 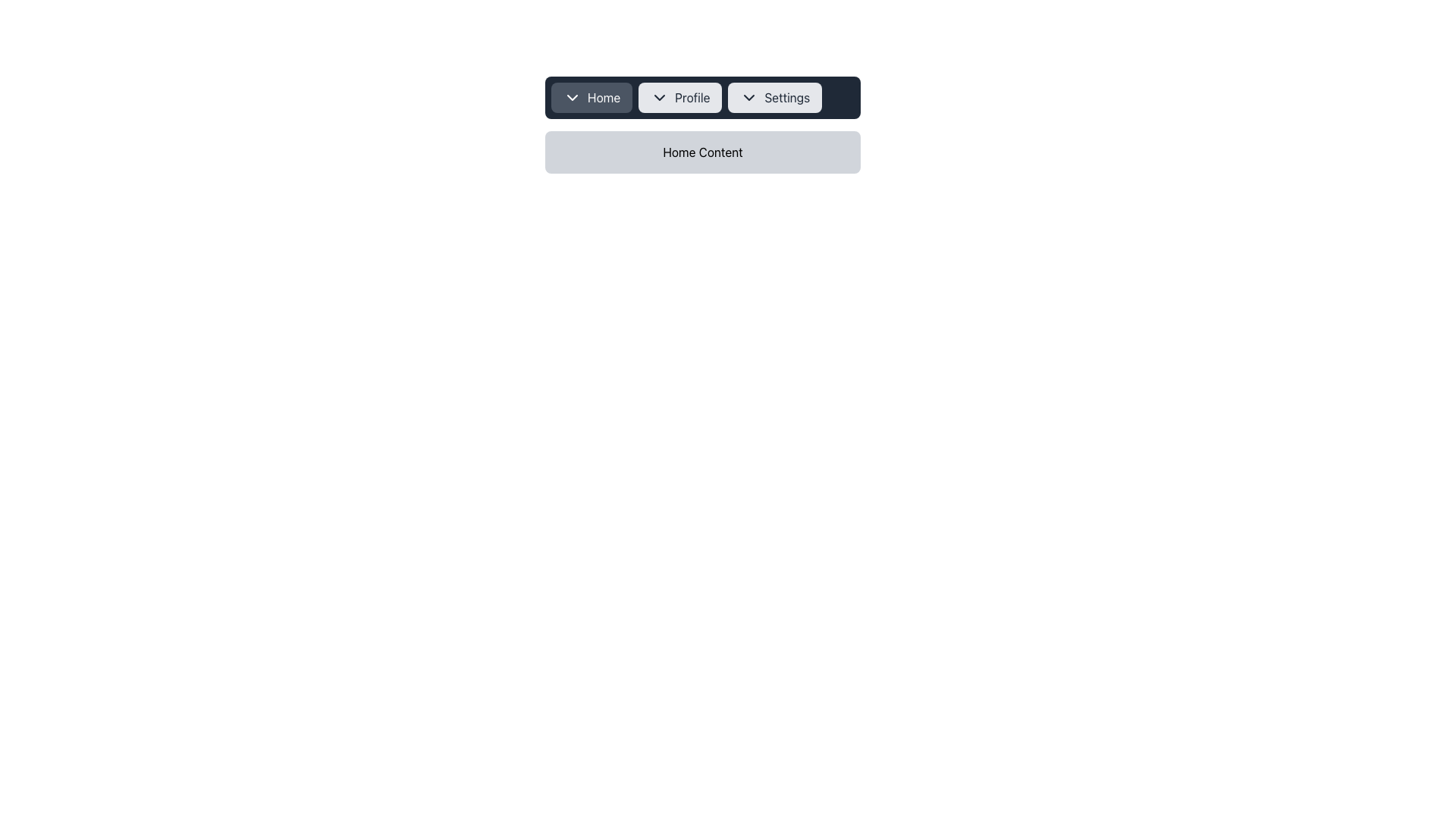 What do you see at coordinates (571, 97) in the screenshot?
I see `the downward-facing arrow icon (chevron-down) located to the left of the 'Home' label` at bounding box center [571, 97].